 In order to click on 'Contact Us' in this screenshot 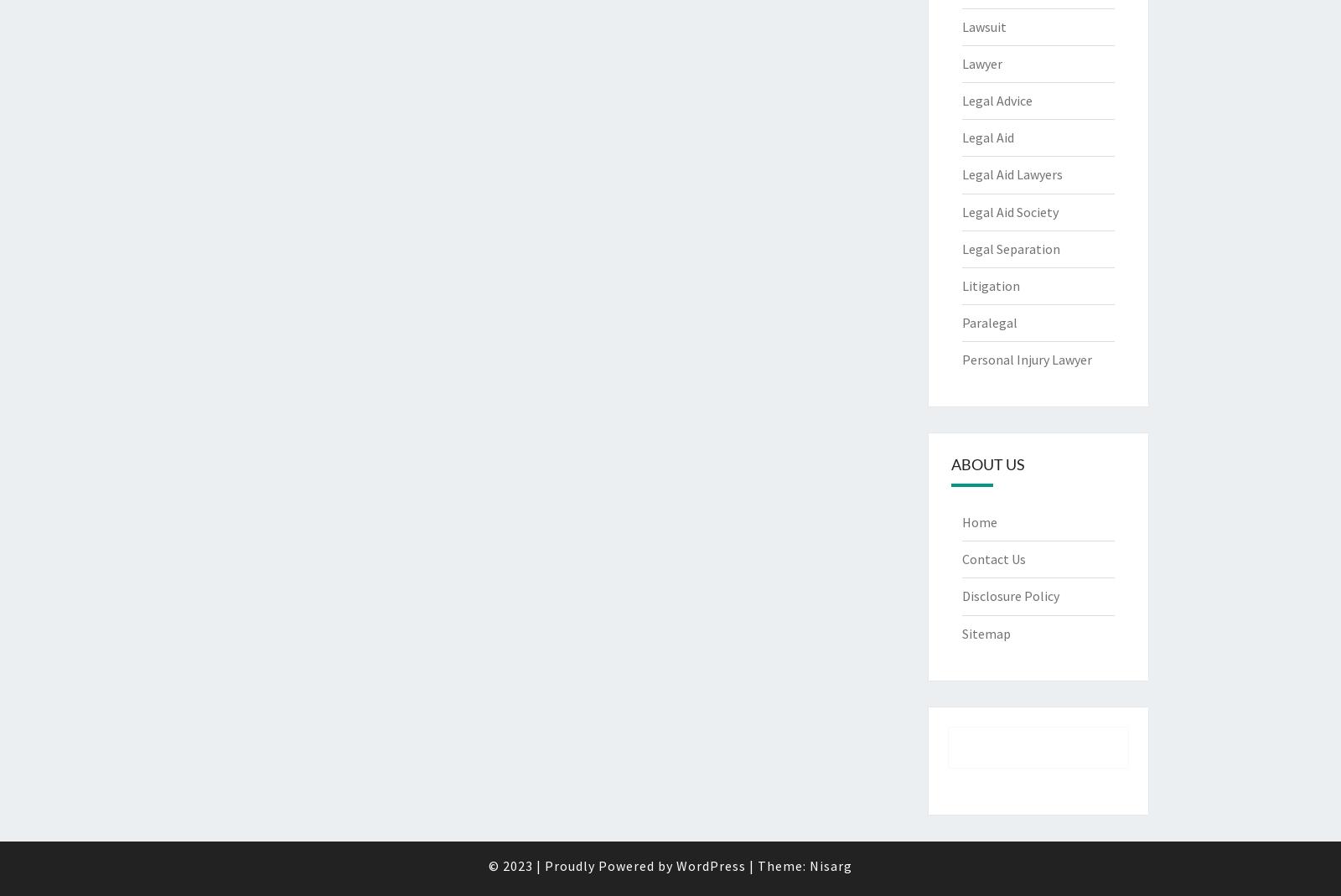, I will do `click(992, 557)`.